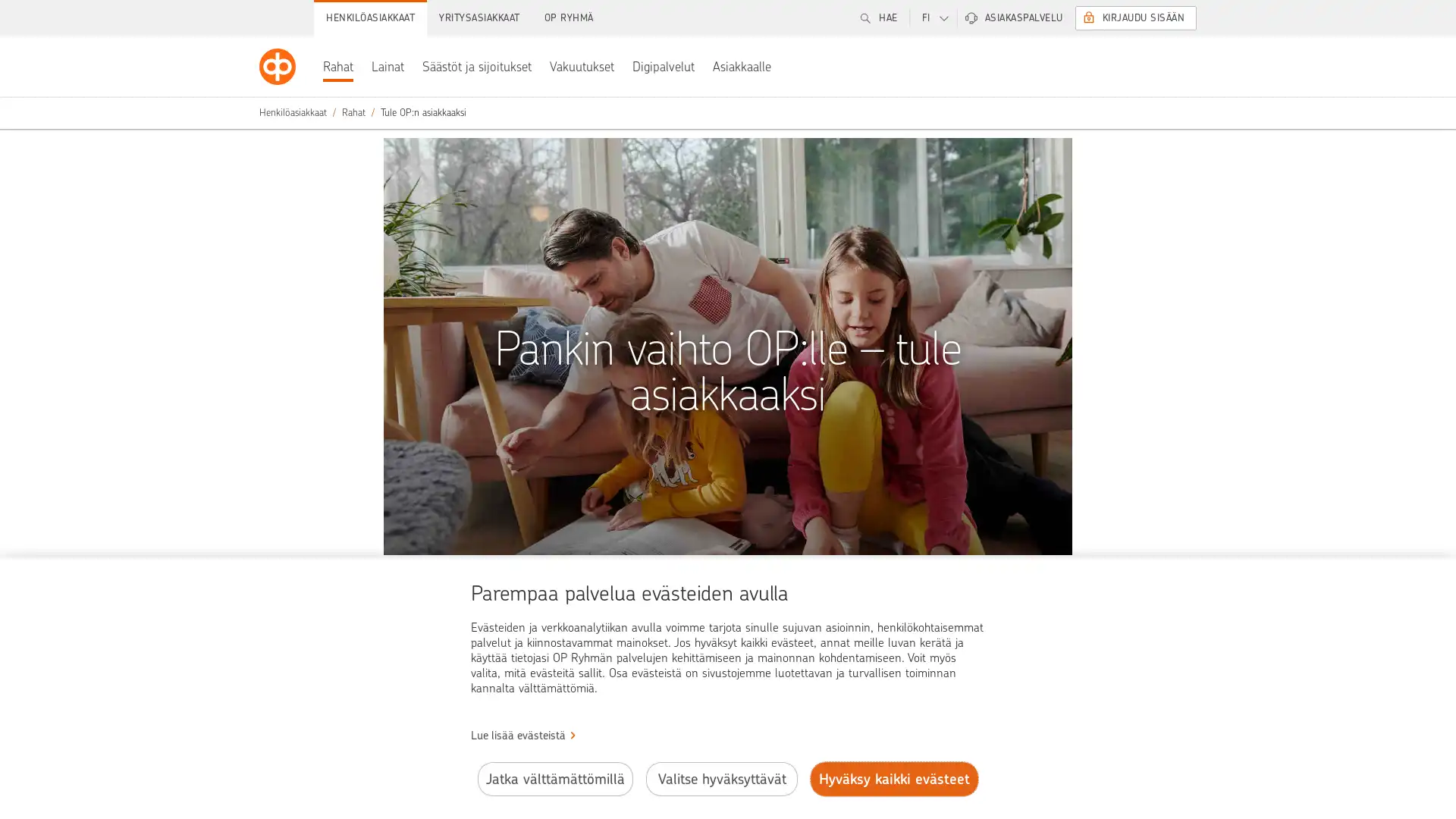 This screenshot has height=819, width=1456. I want to click on KIRJAUDU SISAAN, so click(1135, 17).